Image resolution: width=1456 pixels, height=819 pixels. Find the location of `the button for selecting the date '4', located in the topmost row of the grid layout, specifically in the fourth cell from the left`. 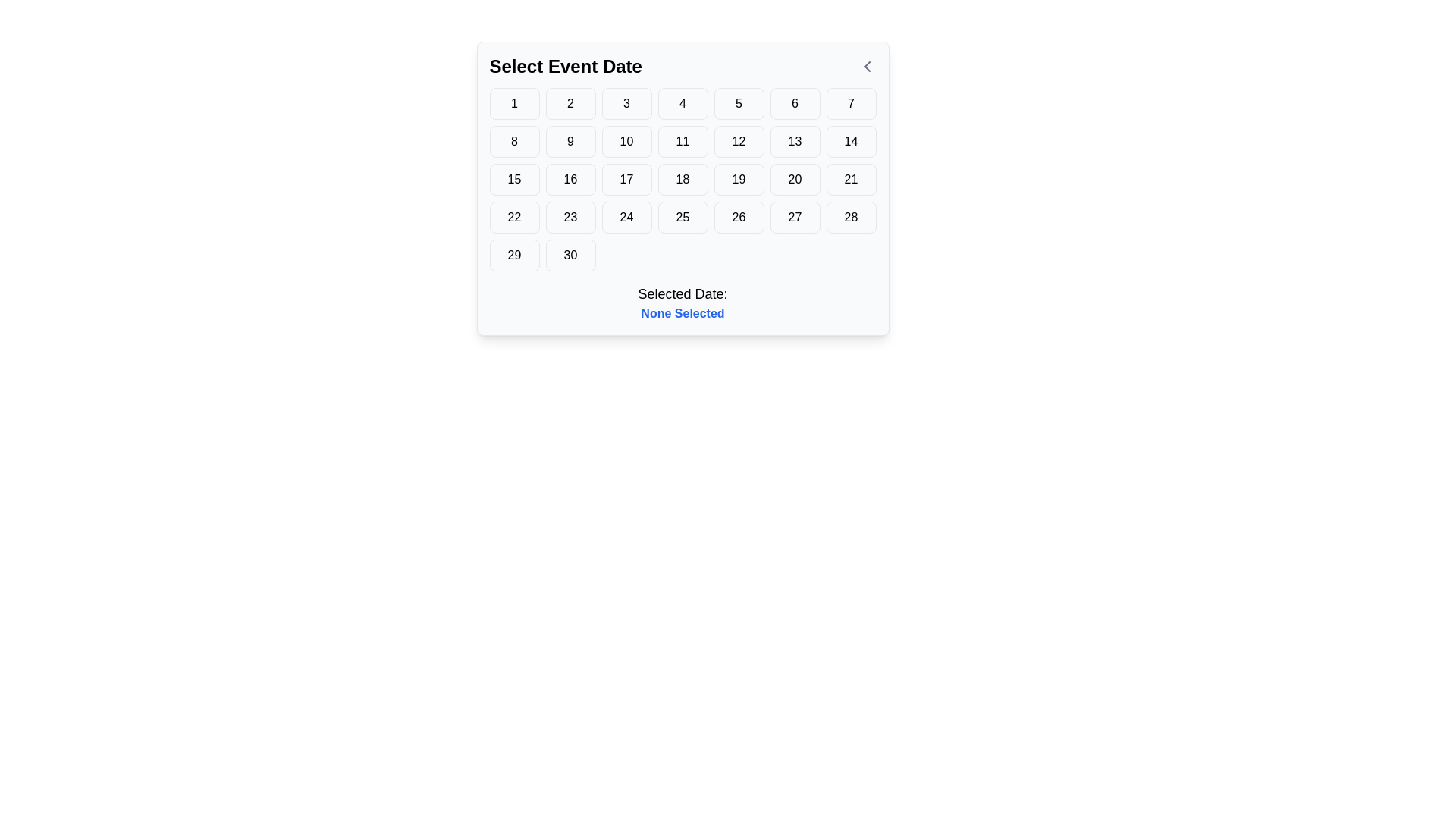

the button for selecting the date '4', located in the topmost row of the grid layout, specifically in the fourth cell from the left is located at coordinates (682, 103).